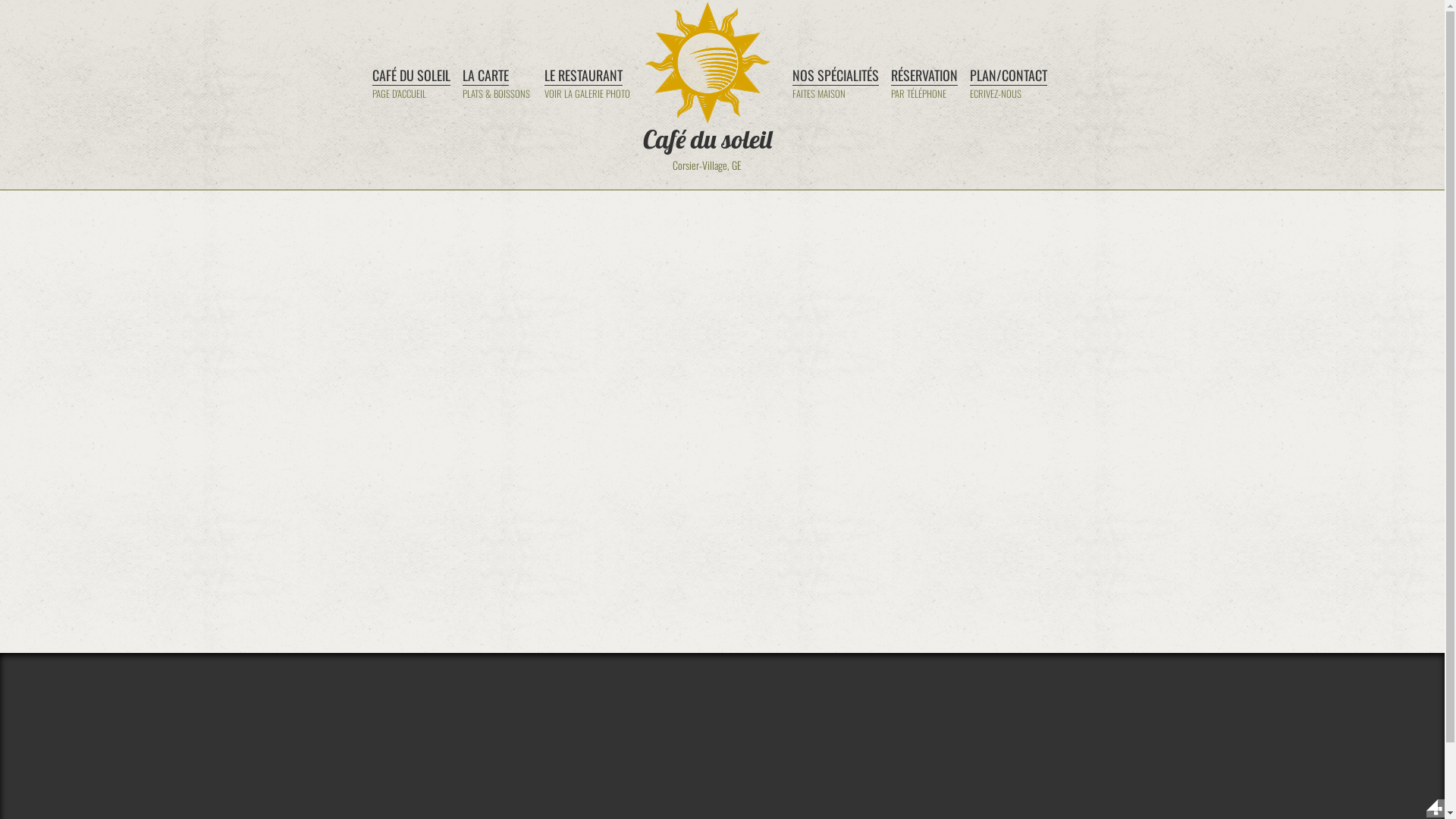 This screenshot has height=819, width=1456. Describe the element at coordinates (588, 86) in the screenshot. I see `'LE RESTAURANT` at that location.